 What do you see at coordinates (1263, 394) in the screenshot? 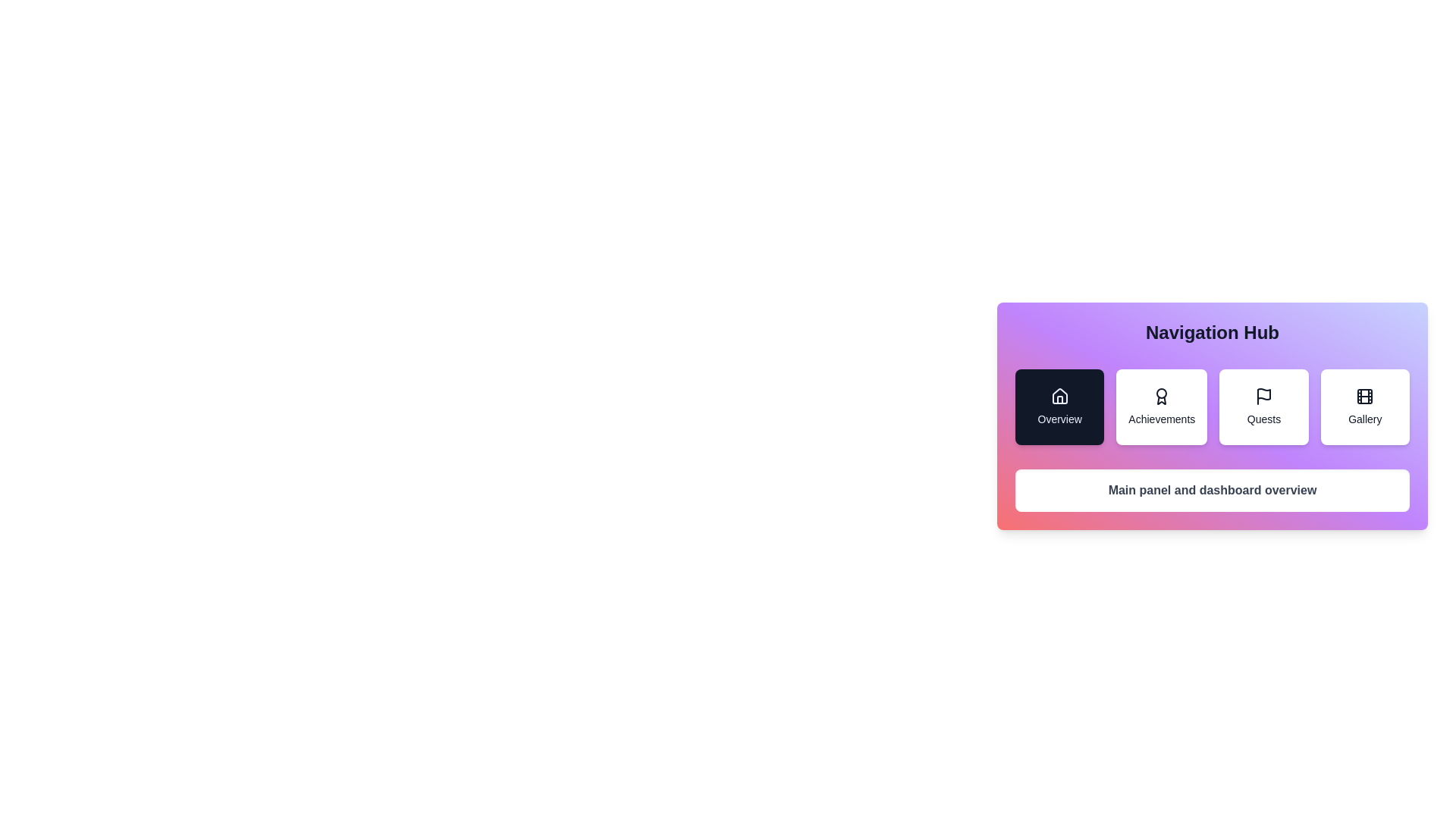
I see `the flag-shaped icon in the 'Quests' section of the navigation hub to trigger a visual effect` at bounding box center [1263, 394].